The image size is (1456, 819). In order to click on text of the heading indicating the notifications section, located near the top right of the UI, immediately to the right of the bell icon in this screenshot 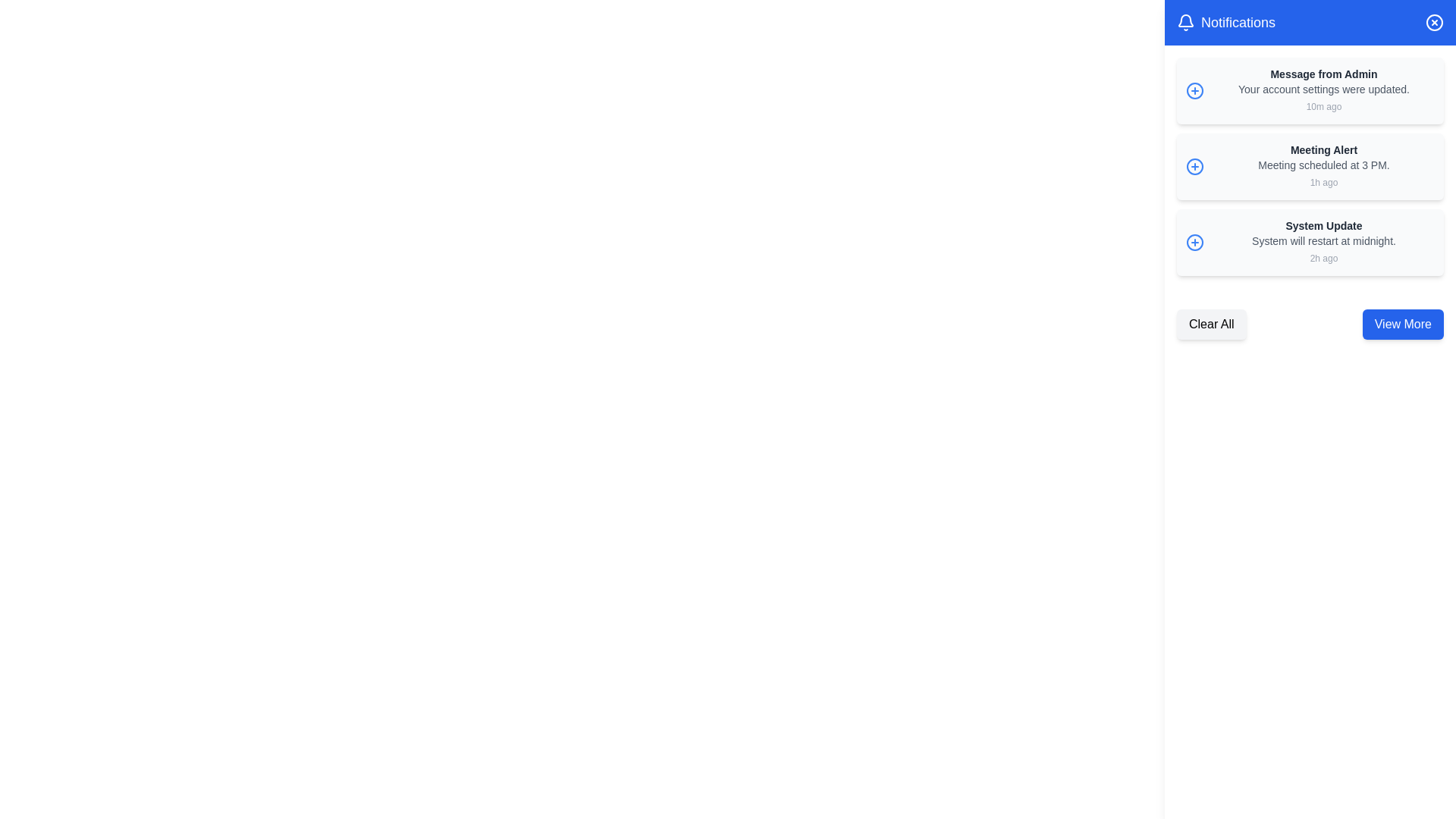, I will do `click(1238, 23)`.